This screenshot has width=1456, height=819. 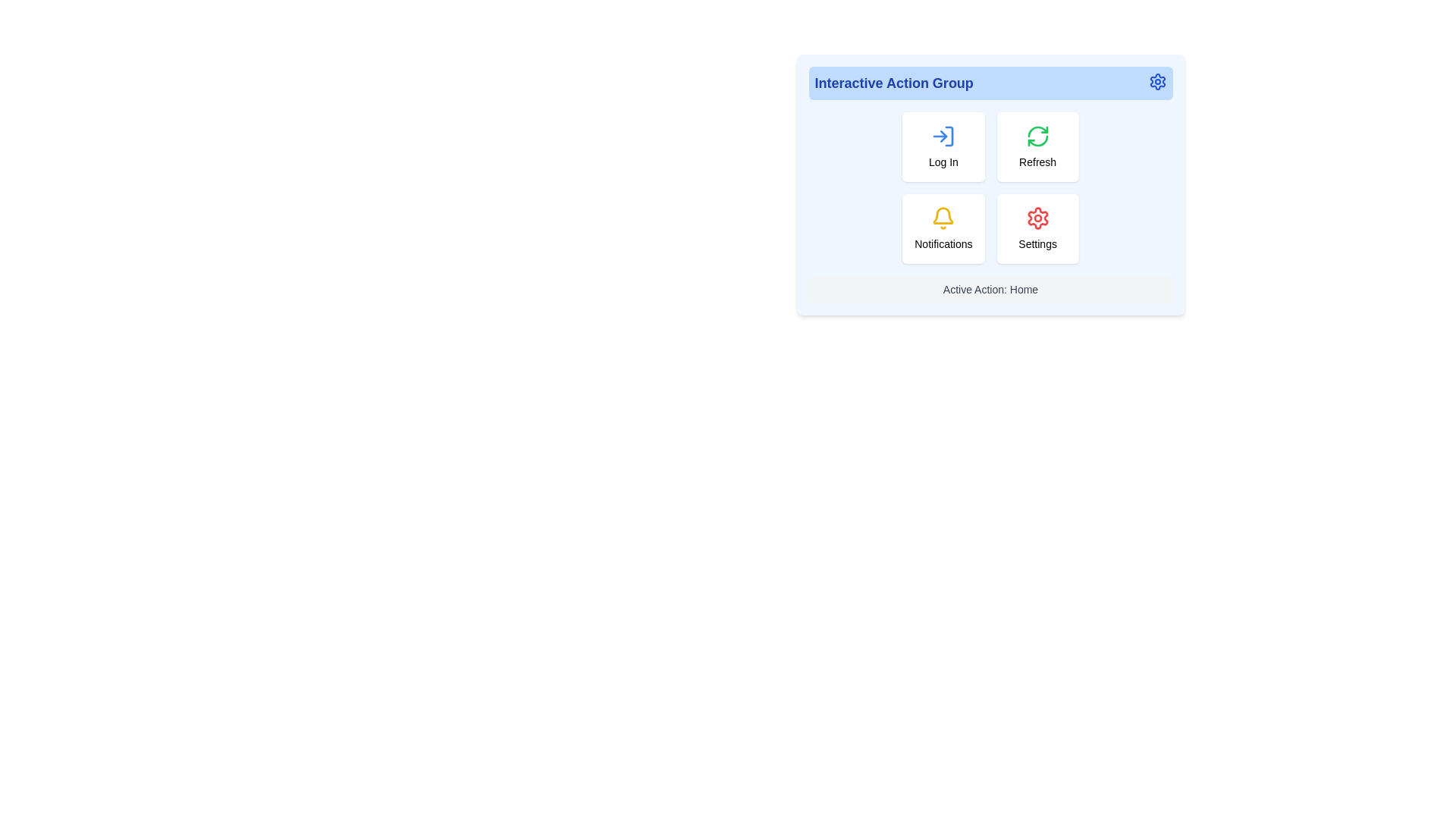 I want to click on the vertical line segment of the 'Log In' icon, which is a blue arrow pointing right at the top left of the grid layout, so click(x=949, y=136).